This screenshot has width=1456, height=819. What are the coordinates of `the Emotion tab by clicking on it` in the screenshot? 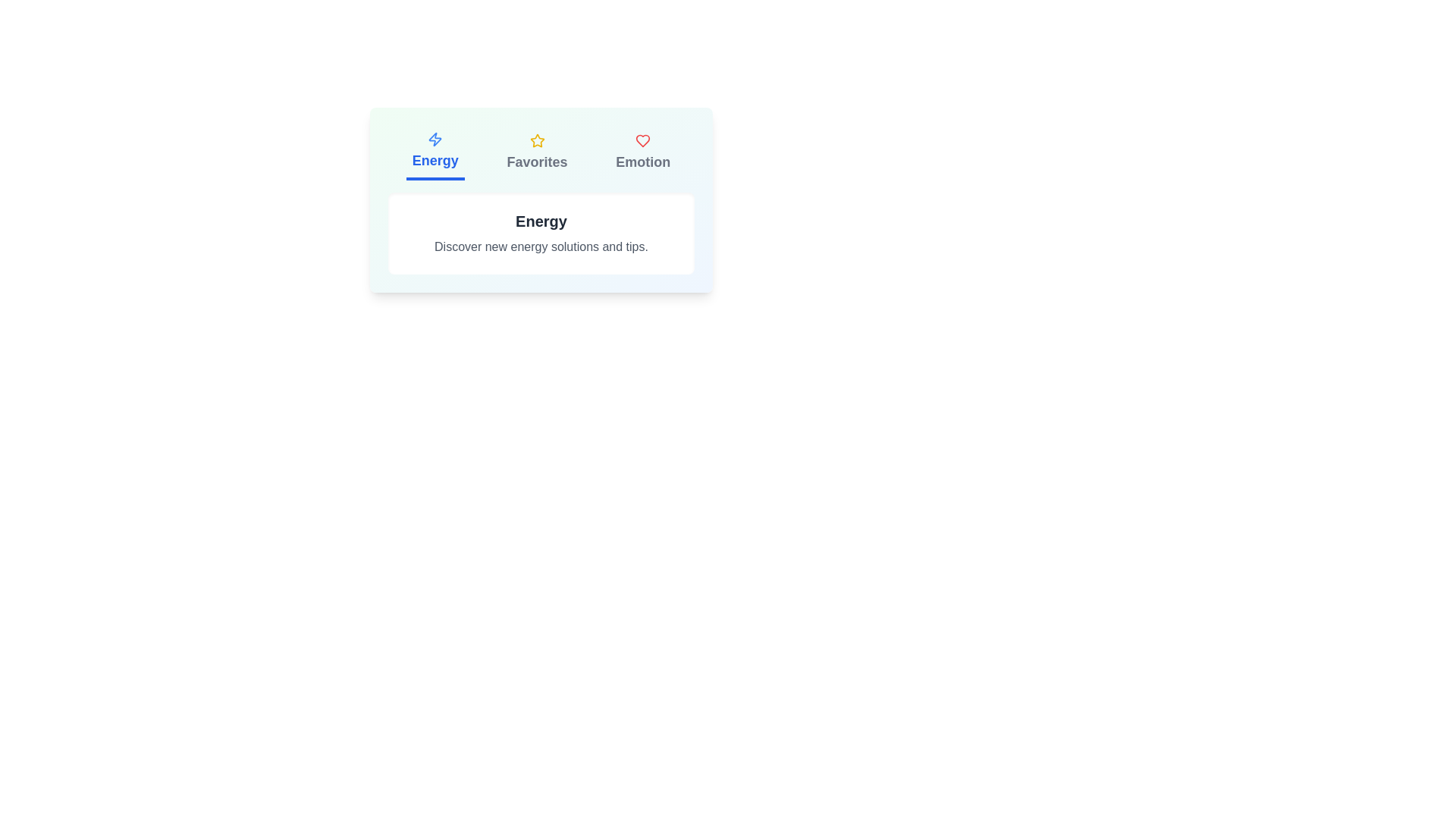 It's located at (643, 152).